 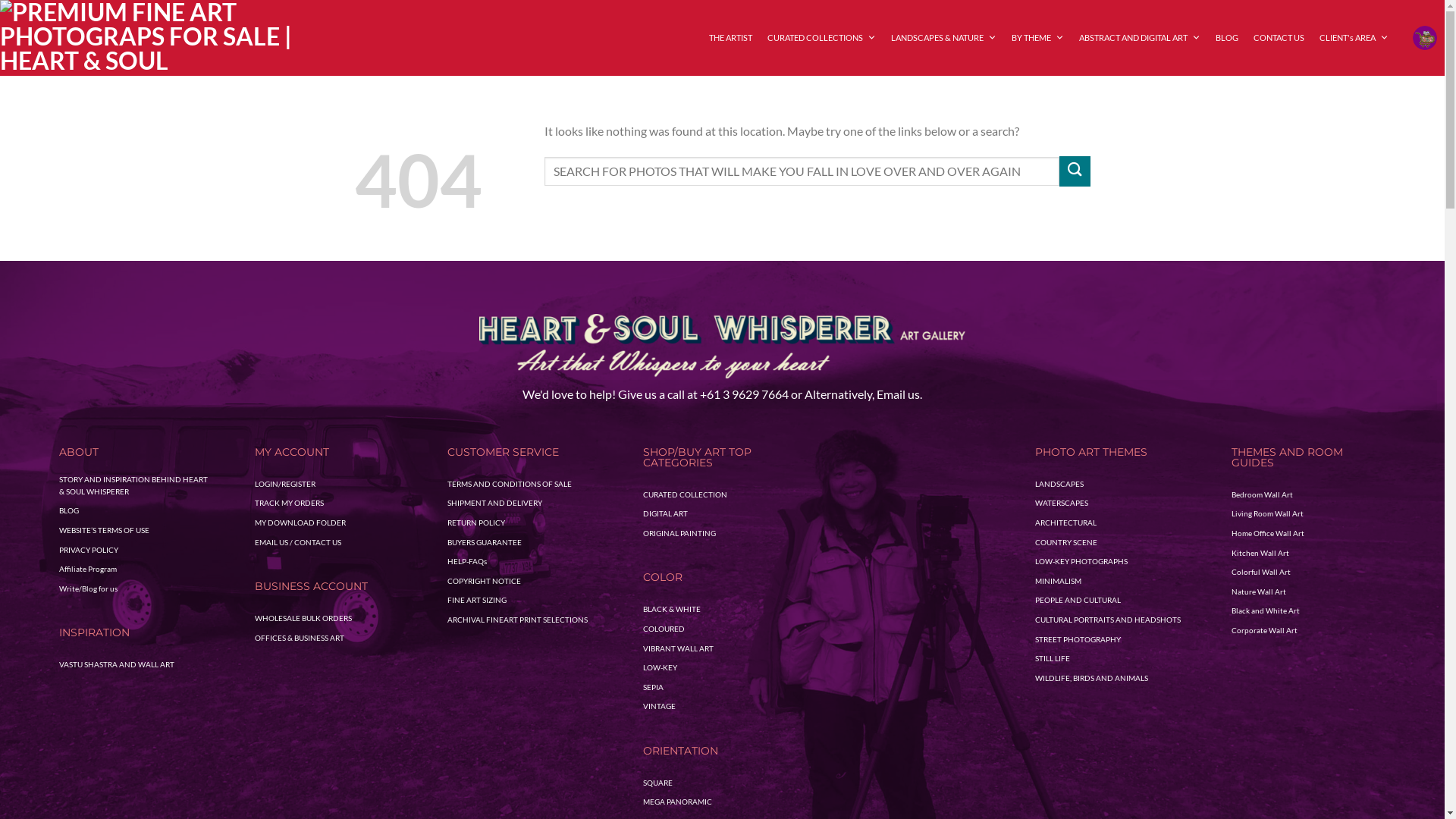 What do you see at coordinates (1034, 639) in the screenshot?
I see `'STREET PHOTOGRAPHY'` at bounding box center [1034, 639].